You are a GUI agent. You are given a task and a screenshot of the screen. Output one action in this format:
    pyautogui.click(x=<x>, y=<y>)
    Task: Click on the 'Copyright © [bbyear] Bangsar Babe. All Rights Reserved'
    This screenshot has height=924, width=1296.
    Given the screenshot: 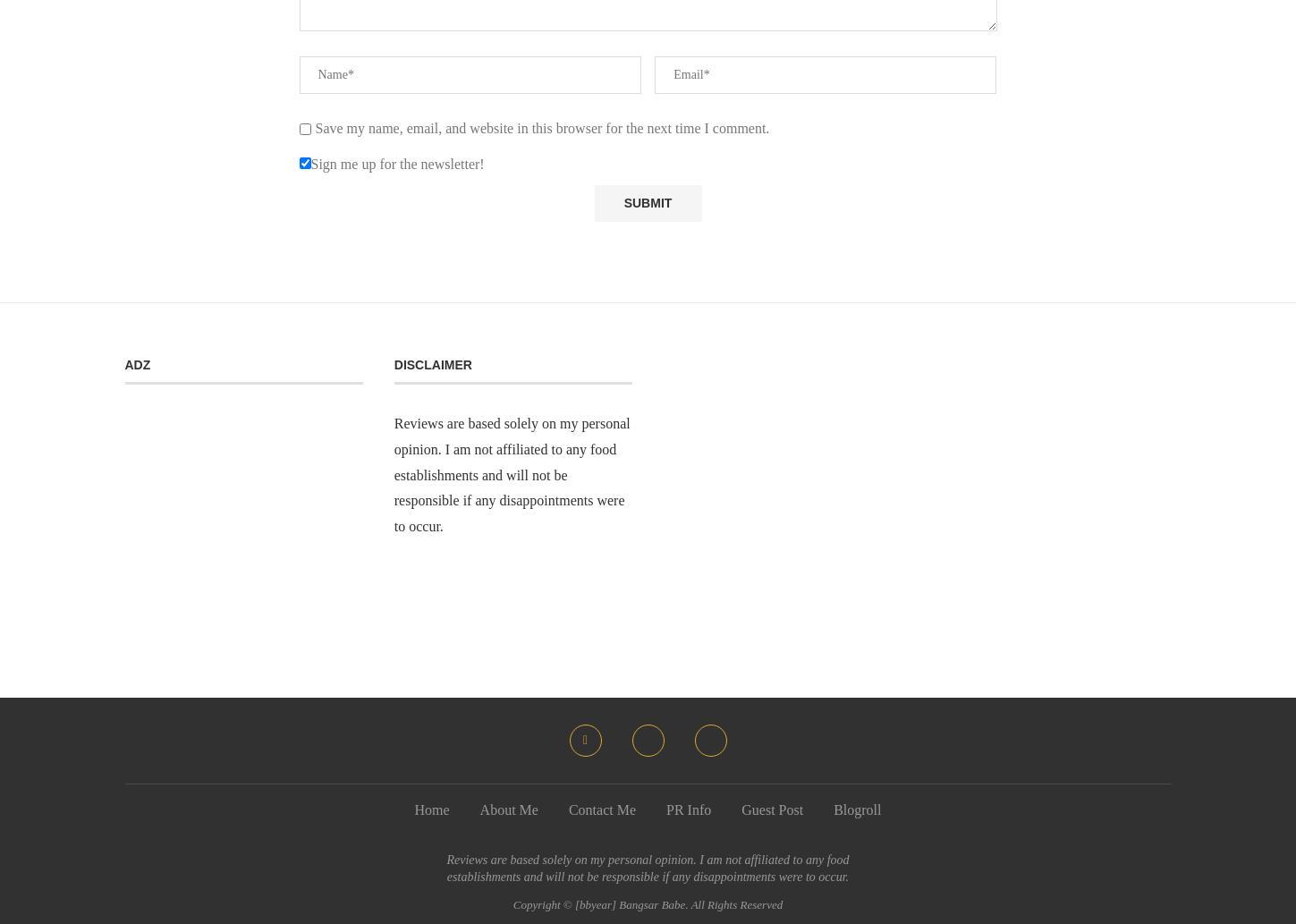 What is the action you would take?
    pyautogui.click(x=648, y=903)
    